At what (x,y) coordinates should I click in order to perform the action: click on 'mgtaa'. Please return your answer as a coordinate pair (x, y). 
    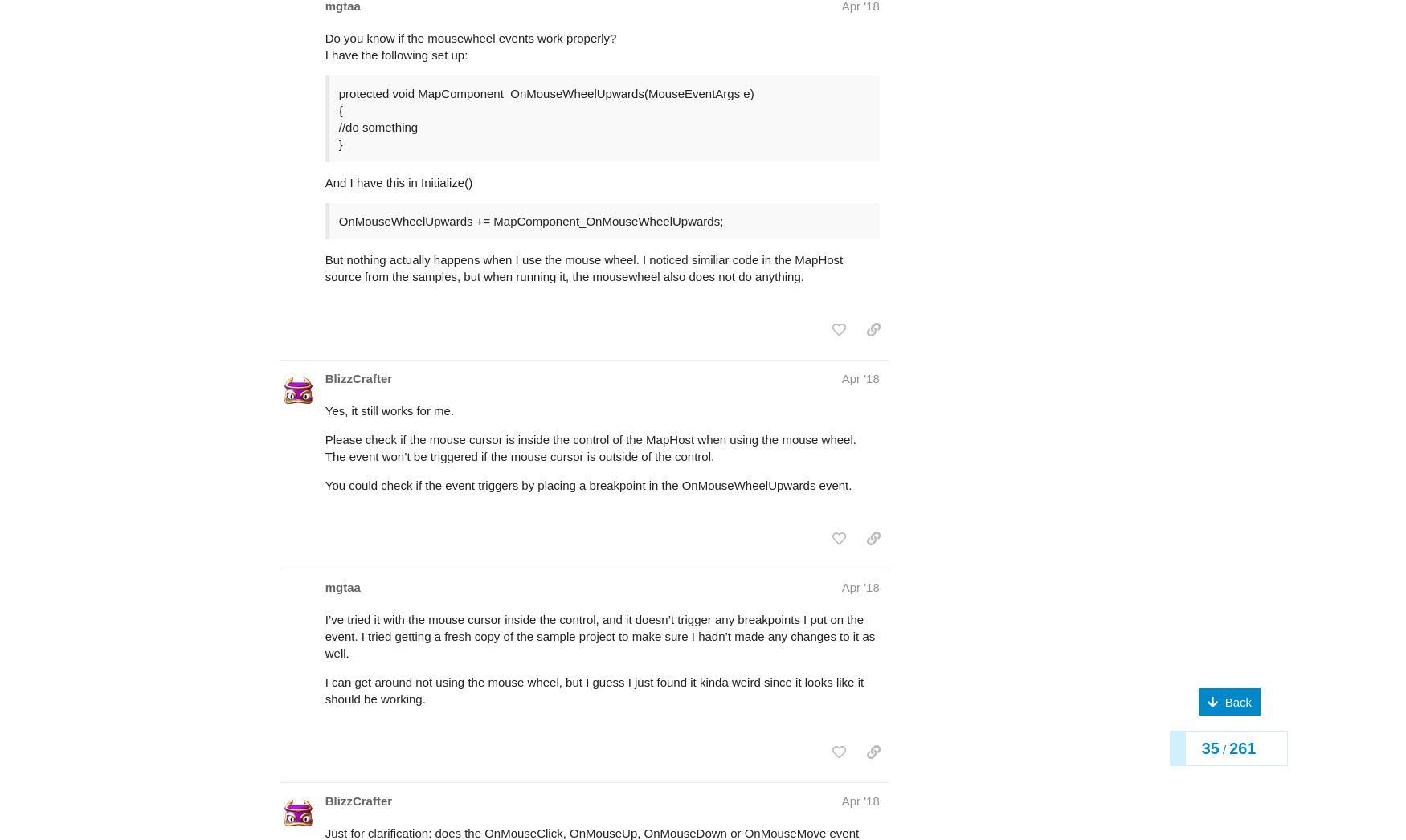
    Looking at the image, I should click on (324, 523).